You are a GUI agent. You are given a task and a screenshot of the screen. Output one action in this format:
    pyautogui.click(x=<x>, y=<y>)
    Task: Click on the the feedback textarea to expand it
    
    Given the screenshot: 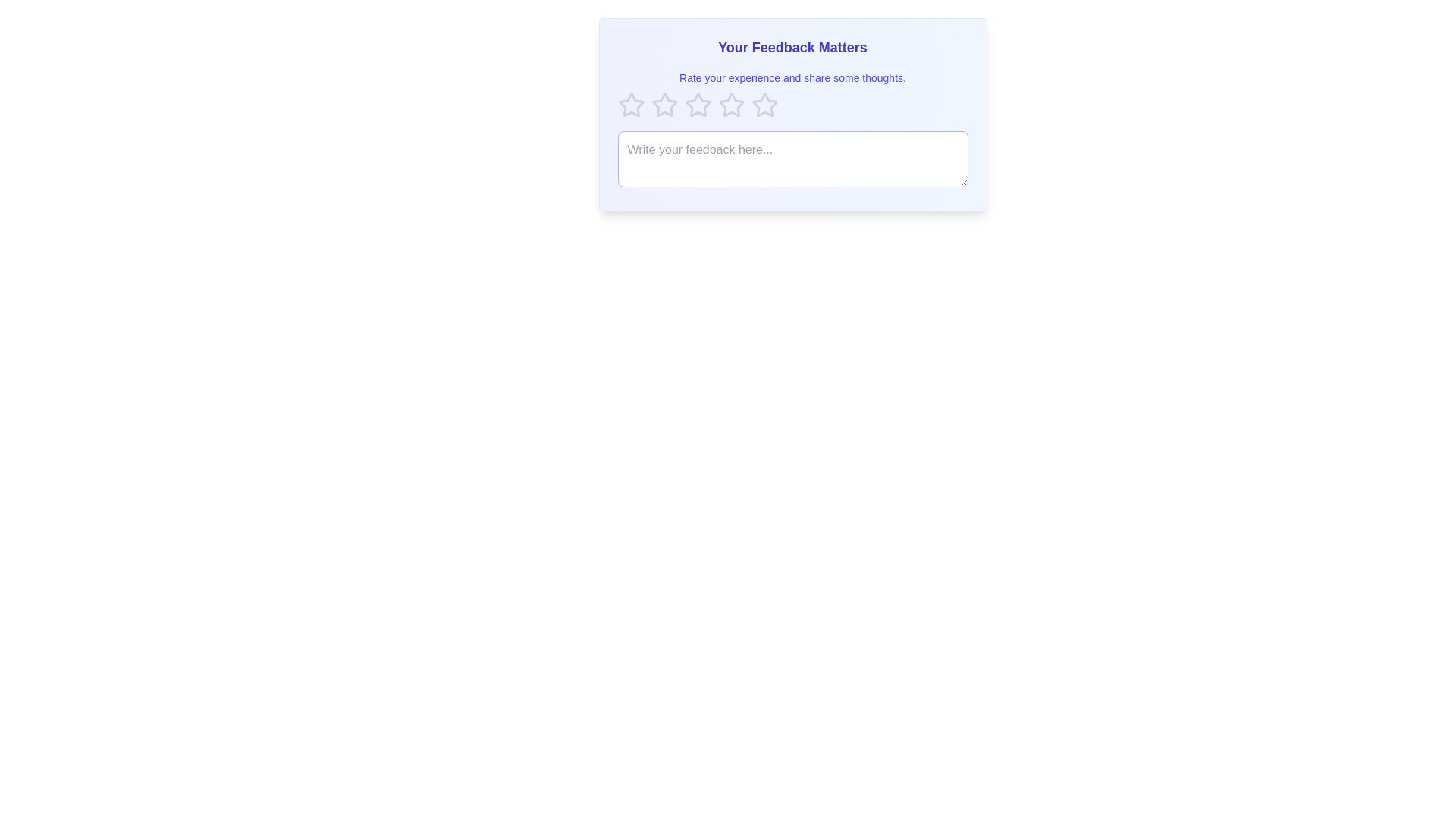 What is the action you would take?
    pyautogui.click(x=792, y=158)
    